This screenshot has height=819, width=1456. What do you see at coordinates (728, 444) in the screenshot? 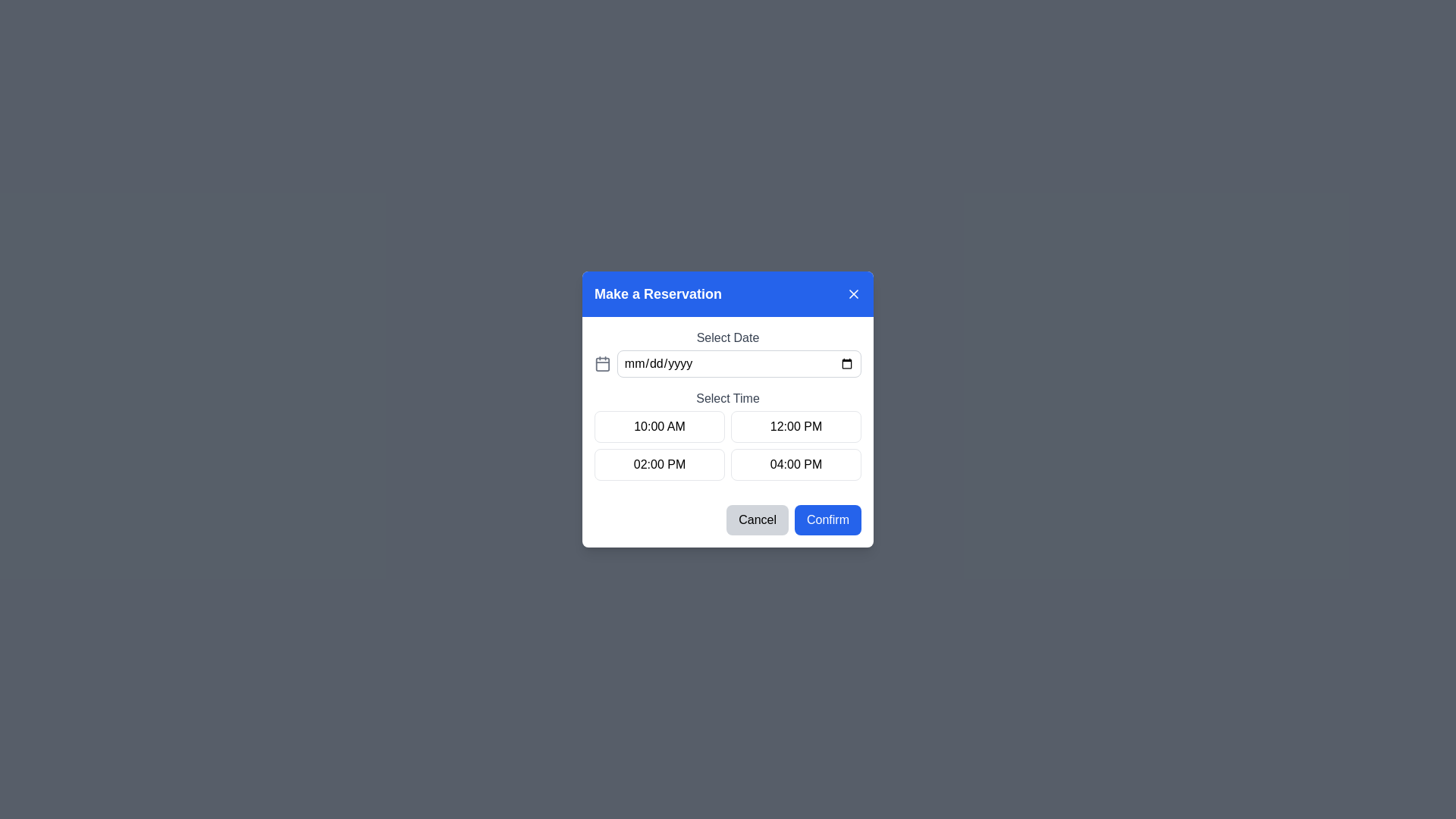
I see `the time selection grid in the 'Make a Reservation' modal` at bounding box center [728, 444].